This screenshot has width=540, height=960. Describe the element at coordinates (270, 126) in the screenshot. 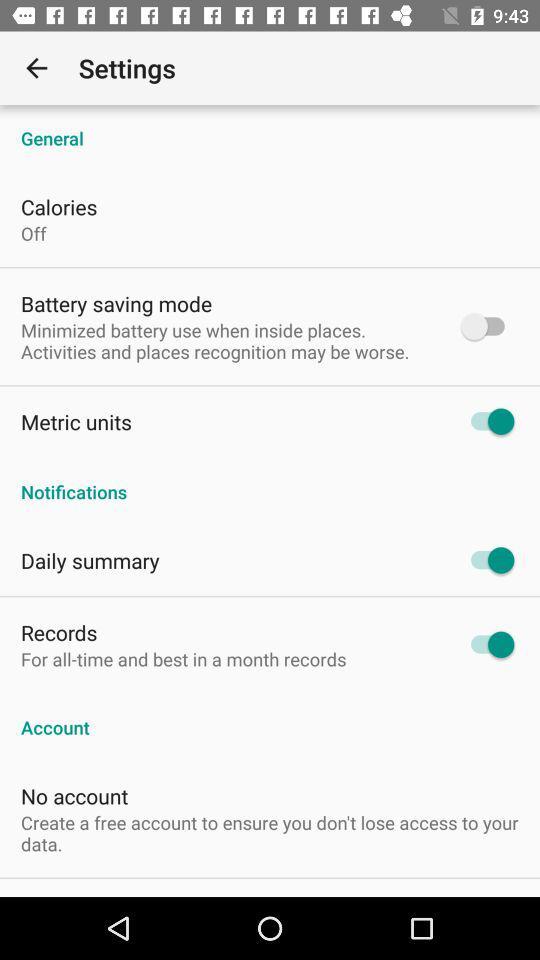

I see `the item above the calories item` at that location.